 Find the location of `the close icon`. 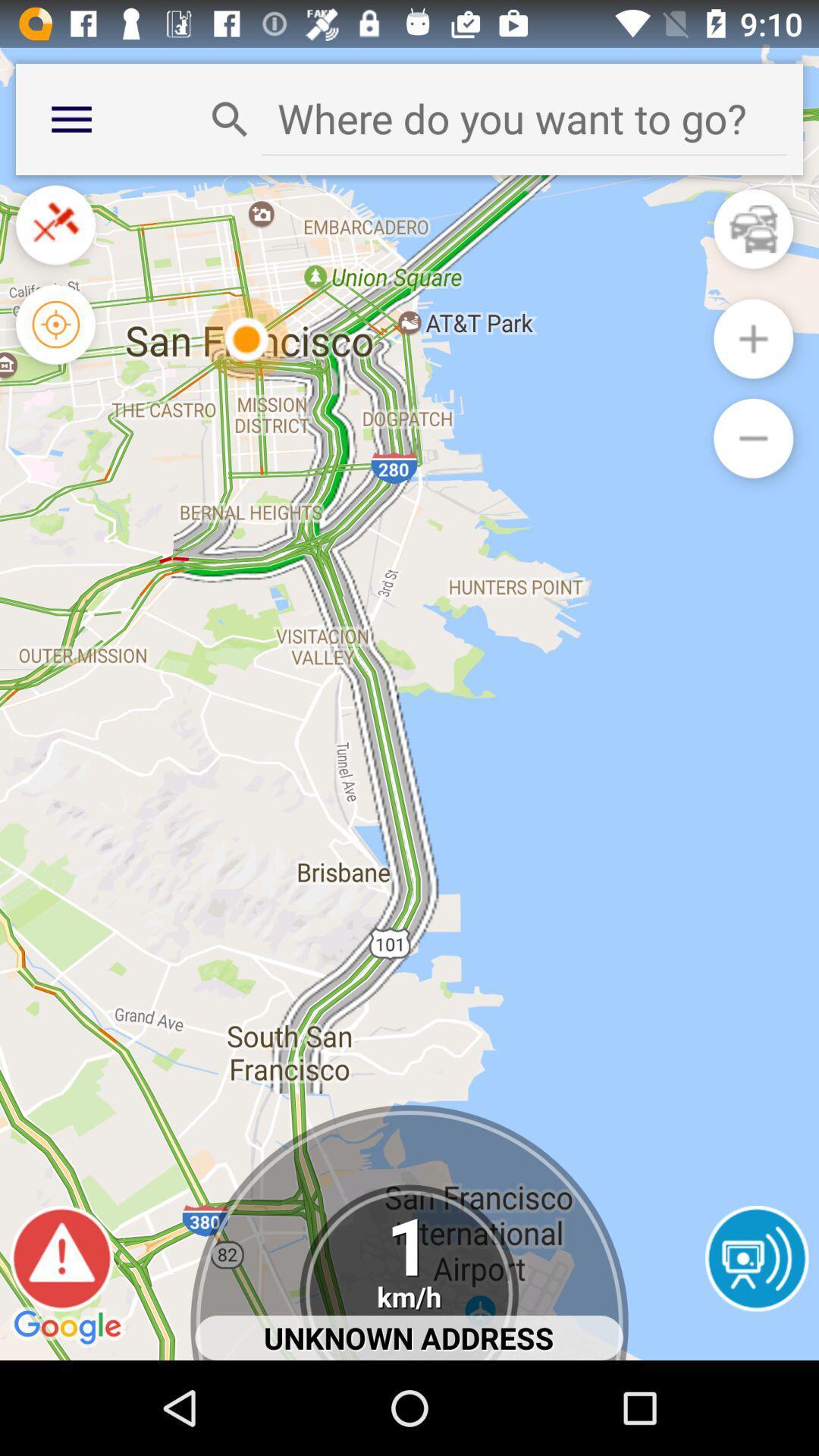

the close icon is located at coordinates (55, 240).